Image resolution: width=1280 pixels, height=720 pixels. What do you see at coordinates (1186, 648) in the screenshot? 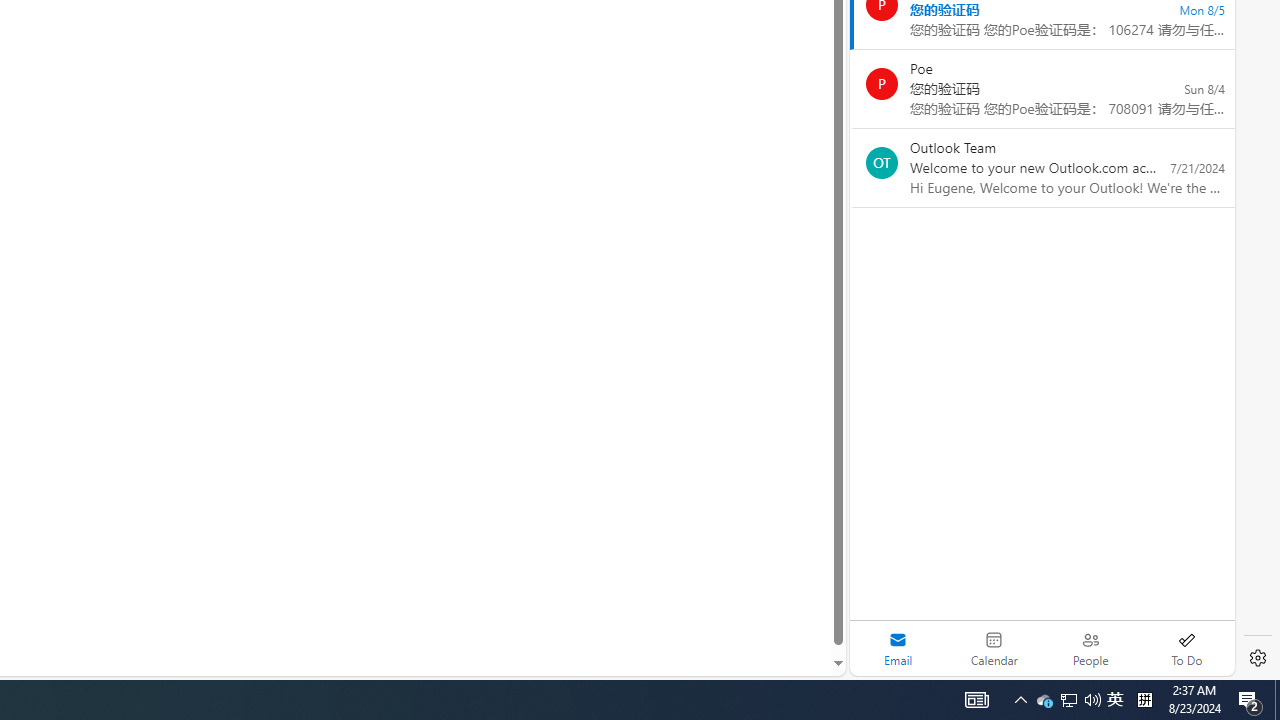
I see `'To Do'` at bounding box center [1186, 648].